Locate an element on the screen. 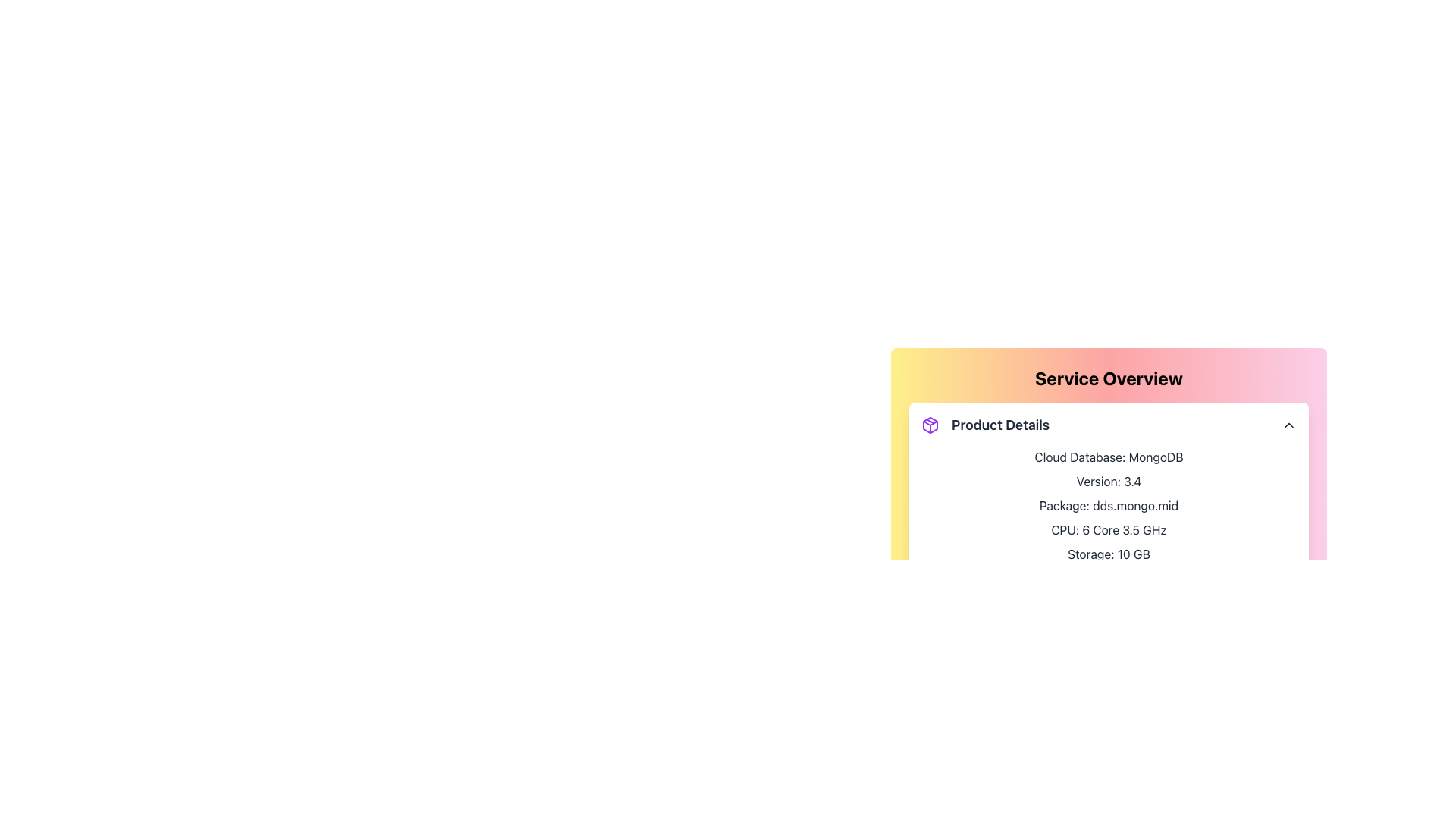 This screenshot has width=1456, height=819. the fifth text label displaying the allocated storage capacity of 10 GB in the 'Product Details' section under 'Service Overview' is located at coordinates (1109, 554).